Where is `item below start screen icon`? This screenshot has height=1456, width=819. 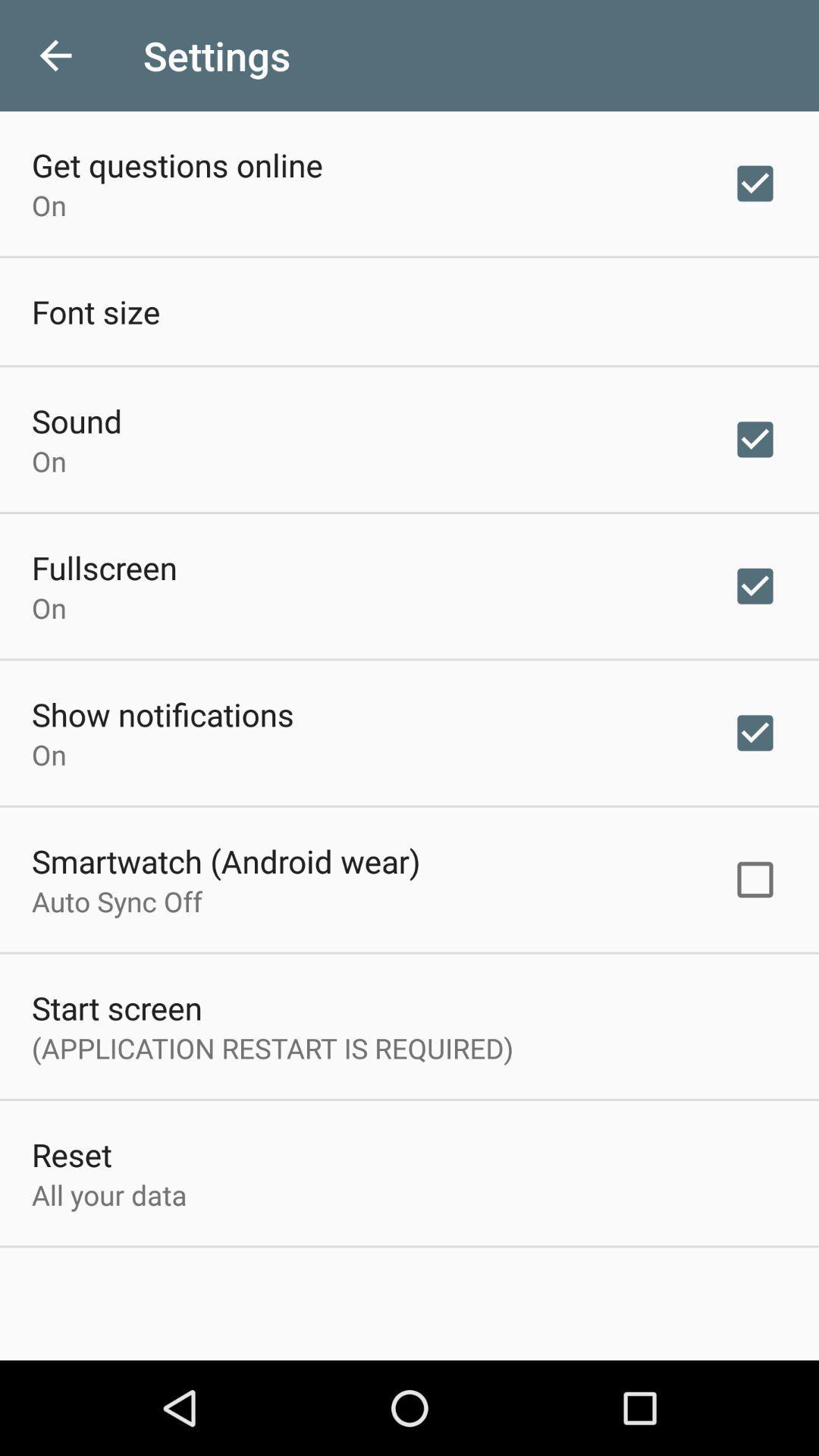 item below start screen icon is located at coordinates (271, 1047).